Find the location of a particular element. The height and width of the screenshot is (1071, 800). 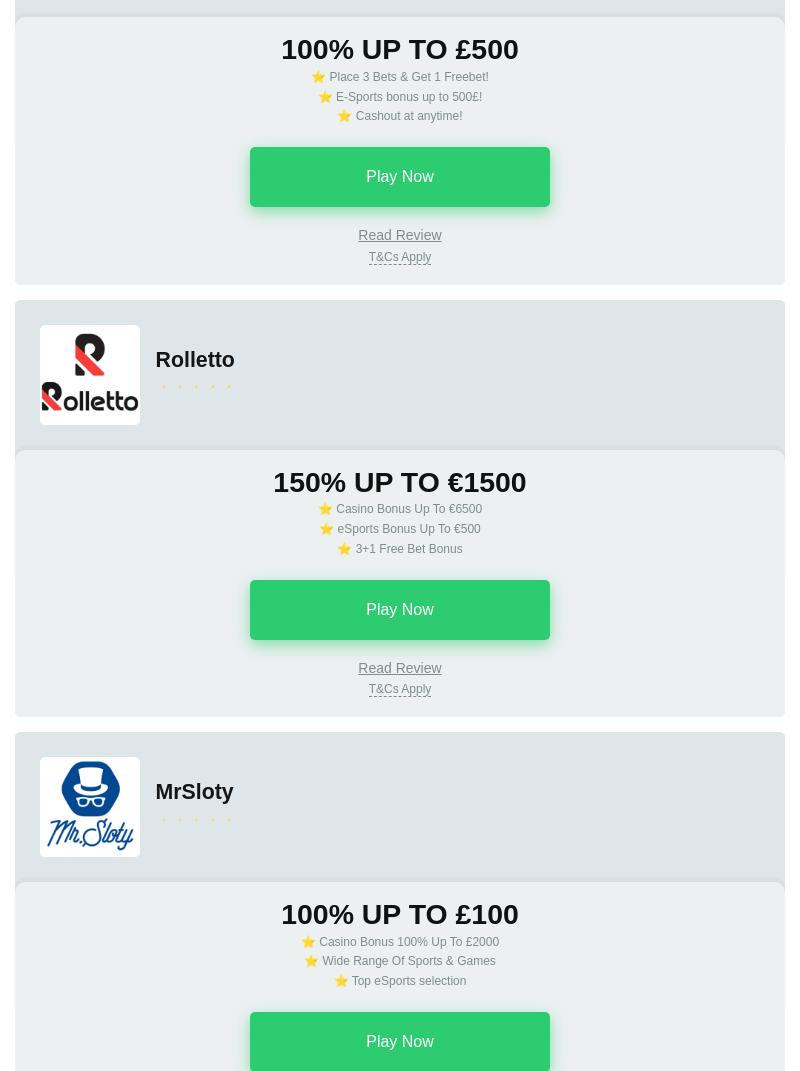

'⭐ eSports Bonus Up To €500' is located at coordinates (398, 527).